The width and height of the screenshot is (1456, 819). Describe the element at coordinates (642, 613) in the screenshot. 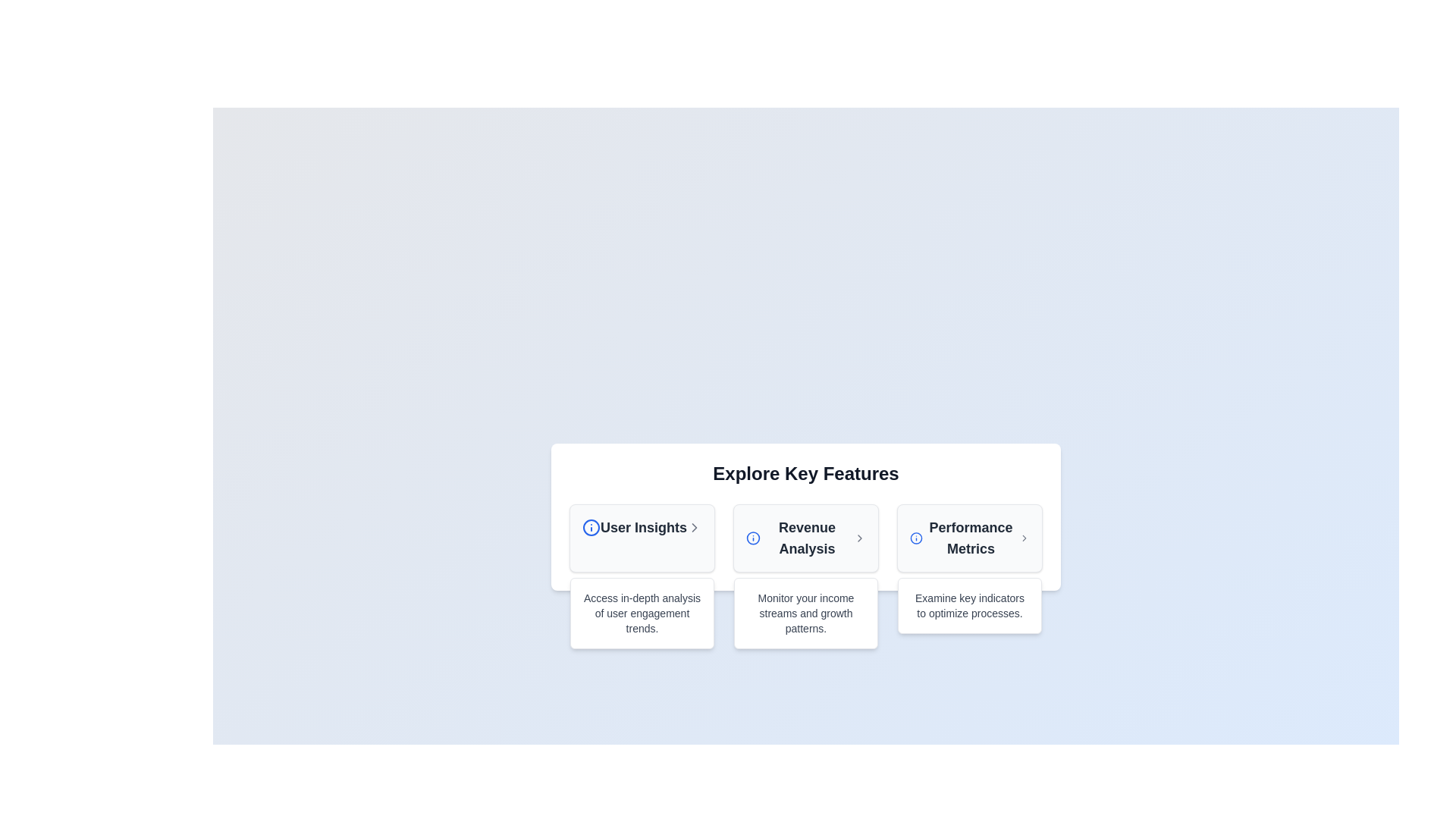

I see `the text label displaying 'Access in-depth analysis of user engagement trends.' located below the 'User Insights' section` at that location.